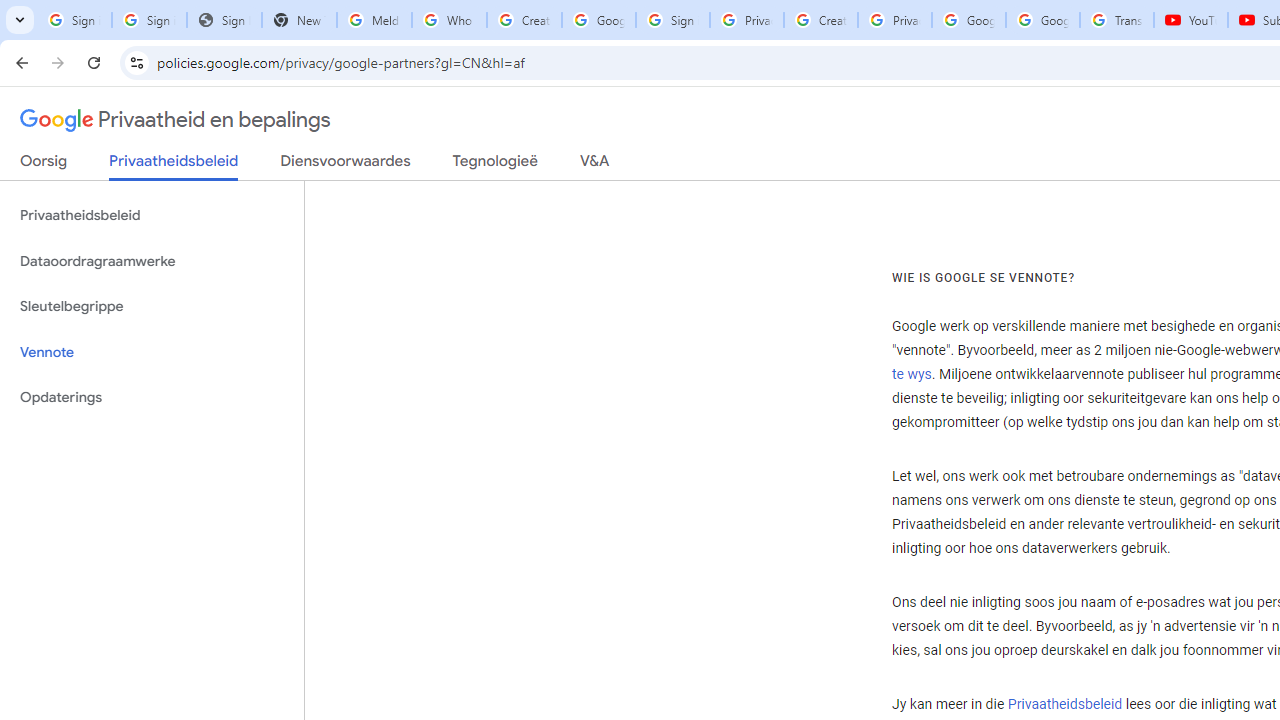 This screenshot has width=1280, height=720. What do you see at coordinates (593, 164) in the screenshot?
I see `'V&A'` at bounding box center [593, 164].